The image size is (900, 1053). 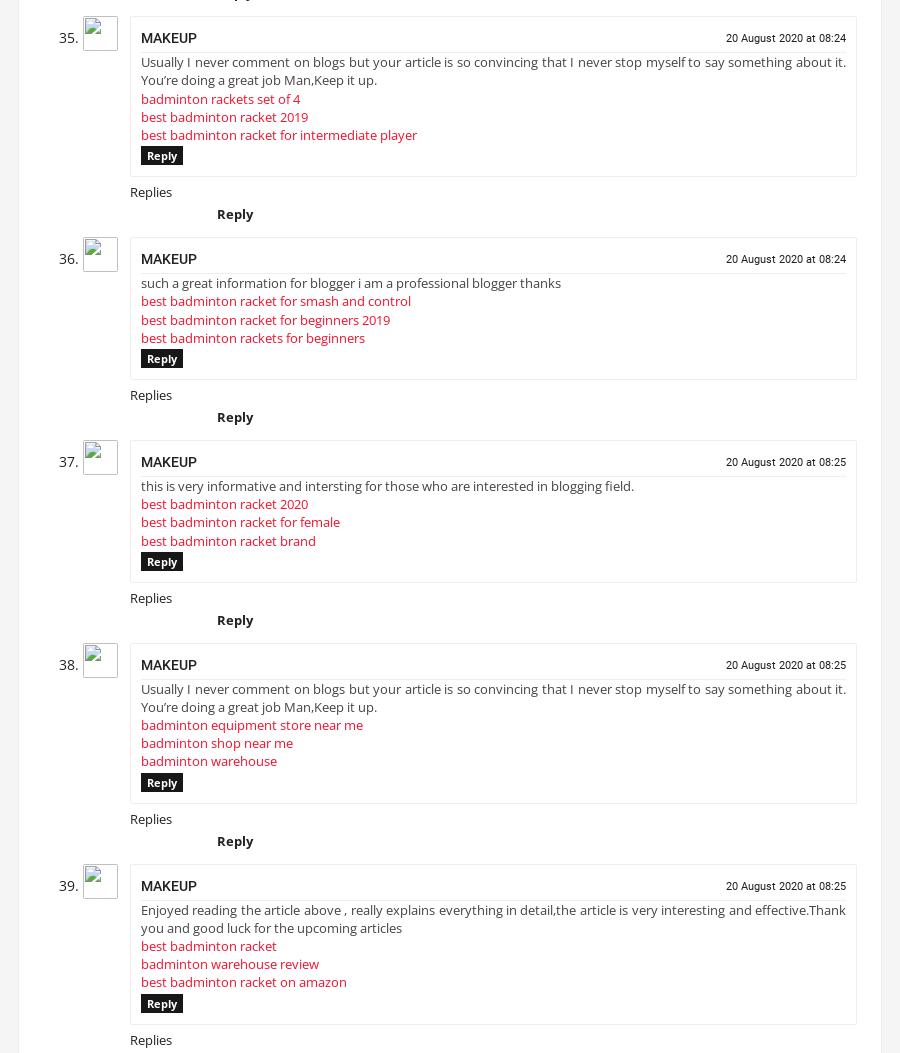 What do you see at coordinates (216, 749) in the screenshot?
I see `'badminton shop near me'` at bounding box center [216, 749].